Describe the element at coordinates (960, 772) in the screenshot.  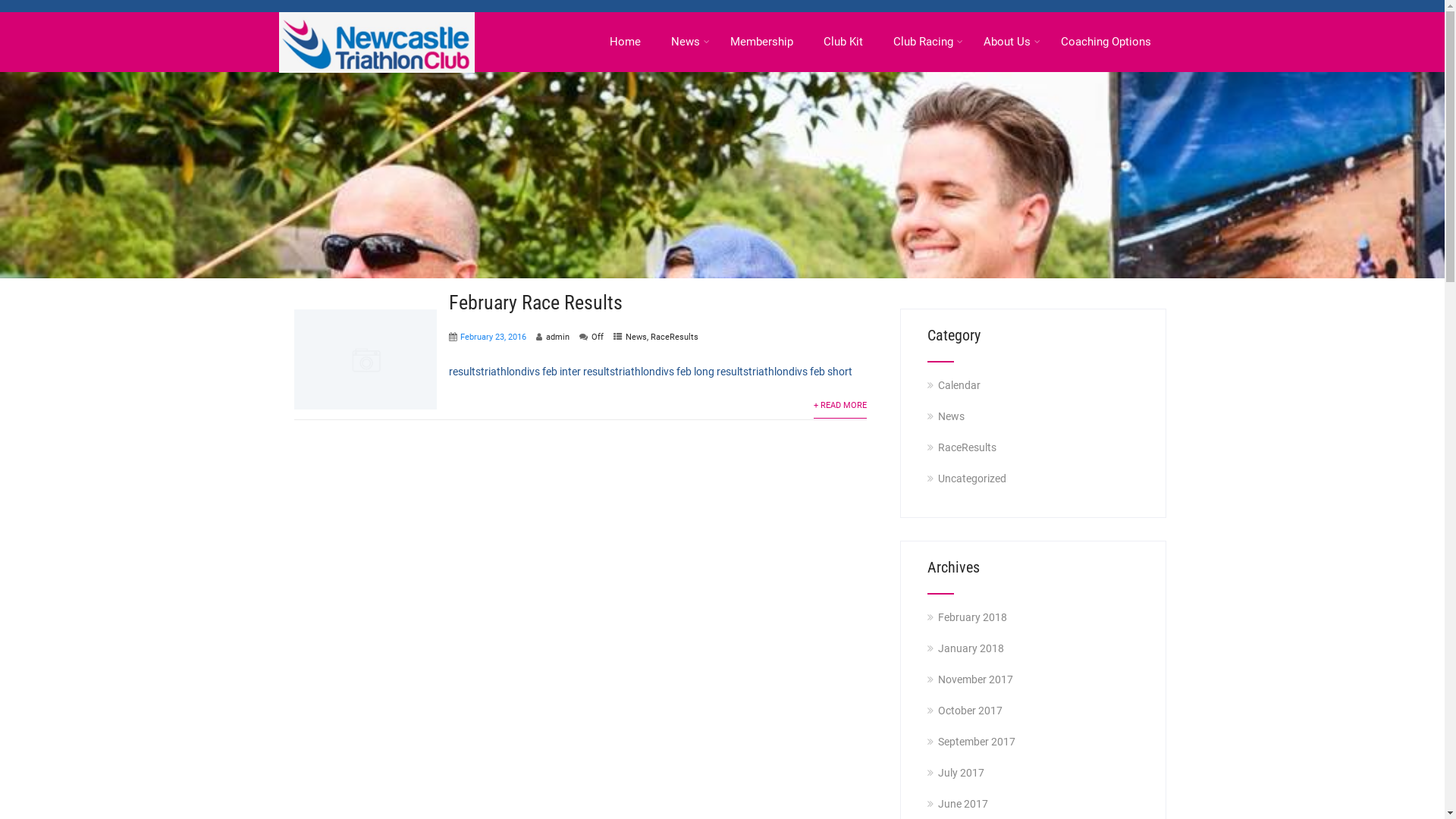
I see `'July 2017'` at that location.